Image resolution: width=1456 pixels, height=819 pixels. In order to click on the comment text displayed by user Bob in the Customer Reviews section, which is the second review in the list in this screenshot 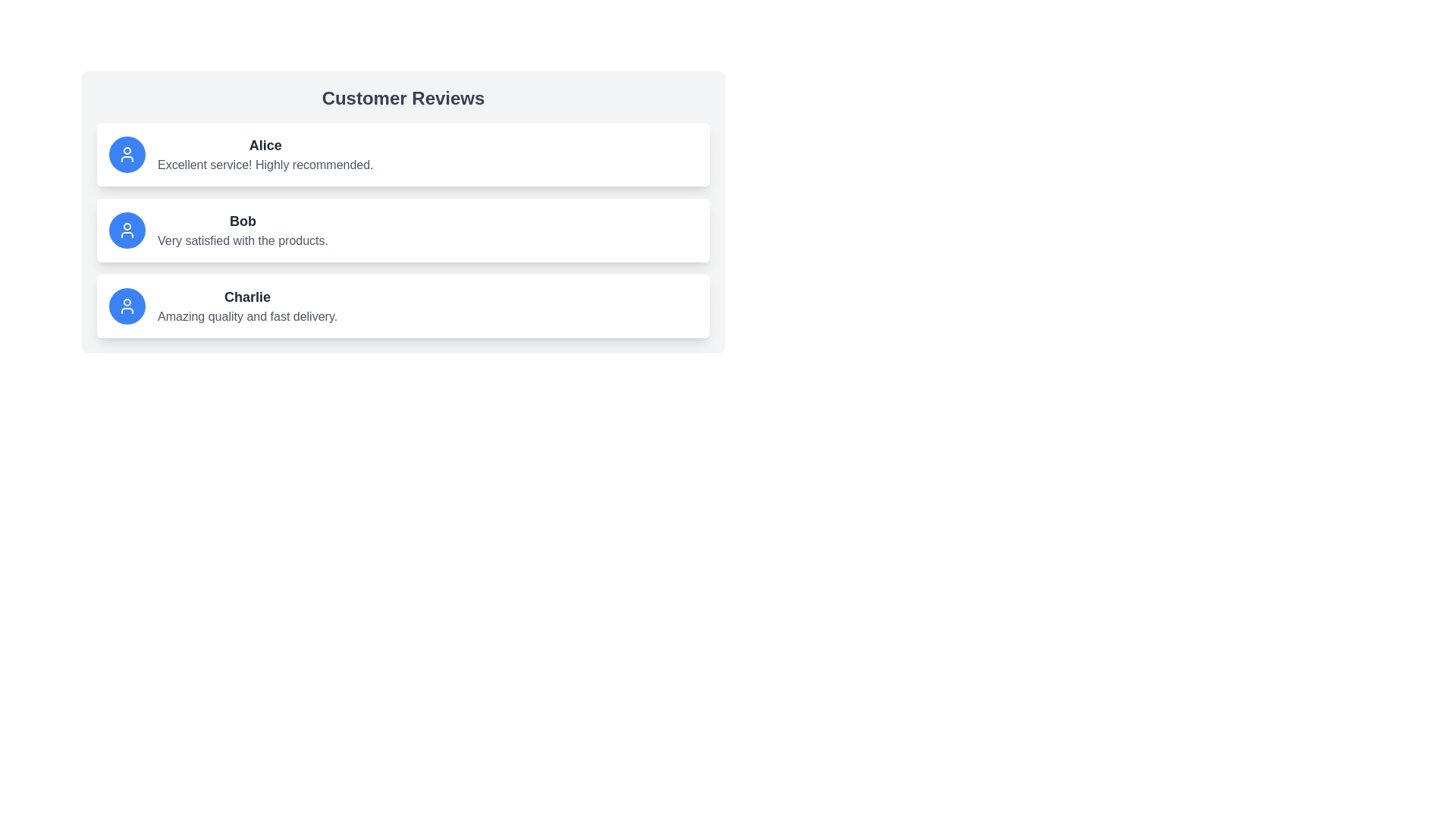, I will do `click(243, 240)`.